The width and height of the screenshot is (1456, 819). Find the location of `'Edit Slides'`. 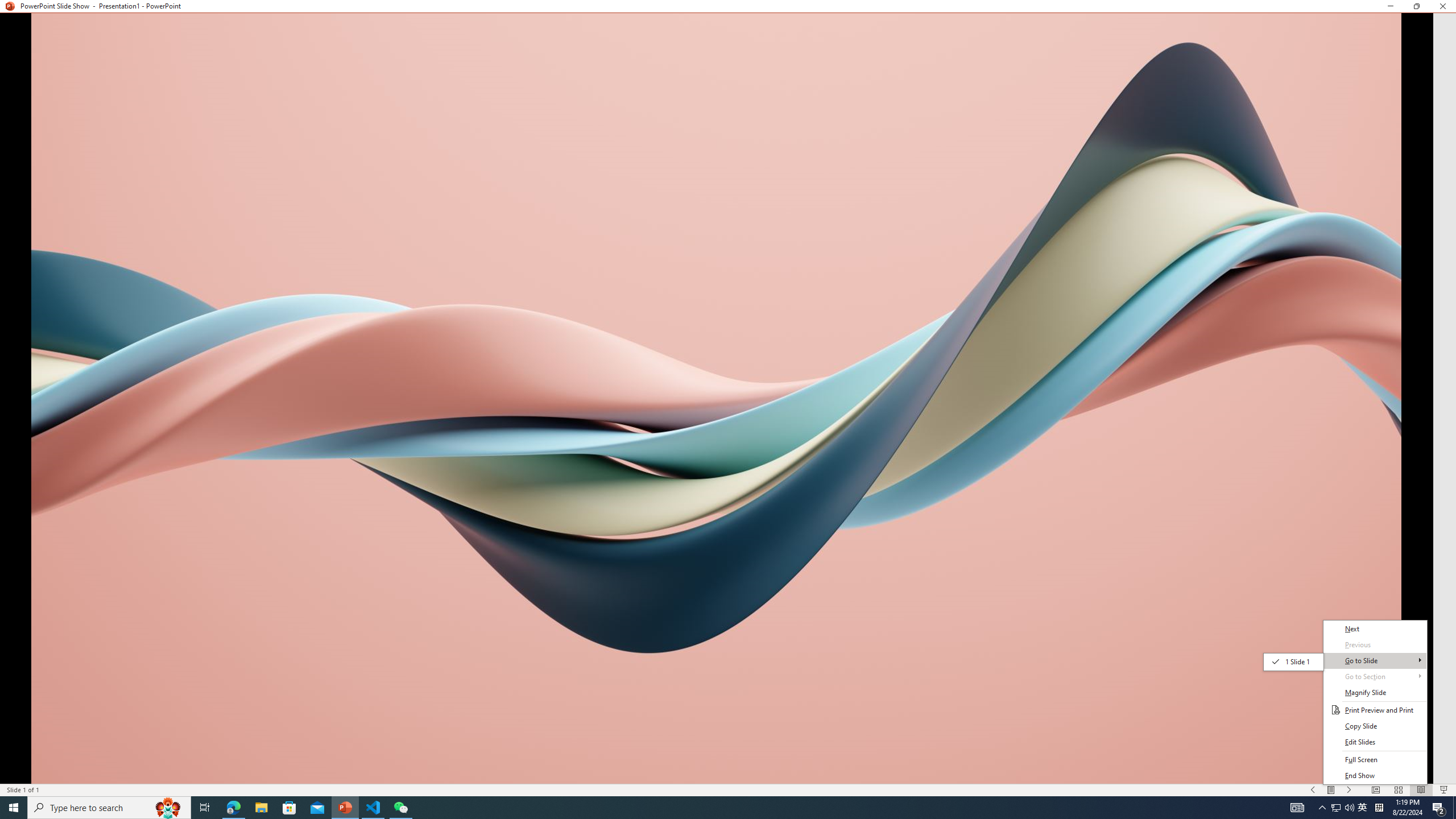

'Edit Slides' is located at coordinates (1375, 742).